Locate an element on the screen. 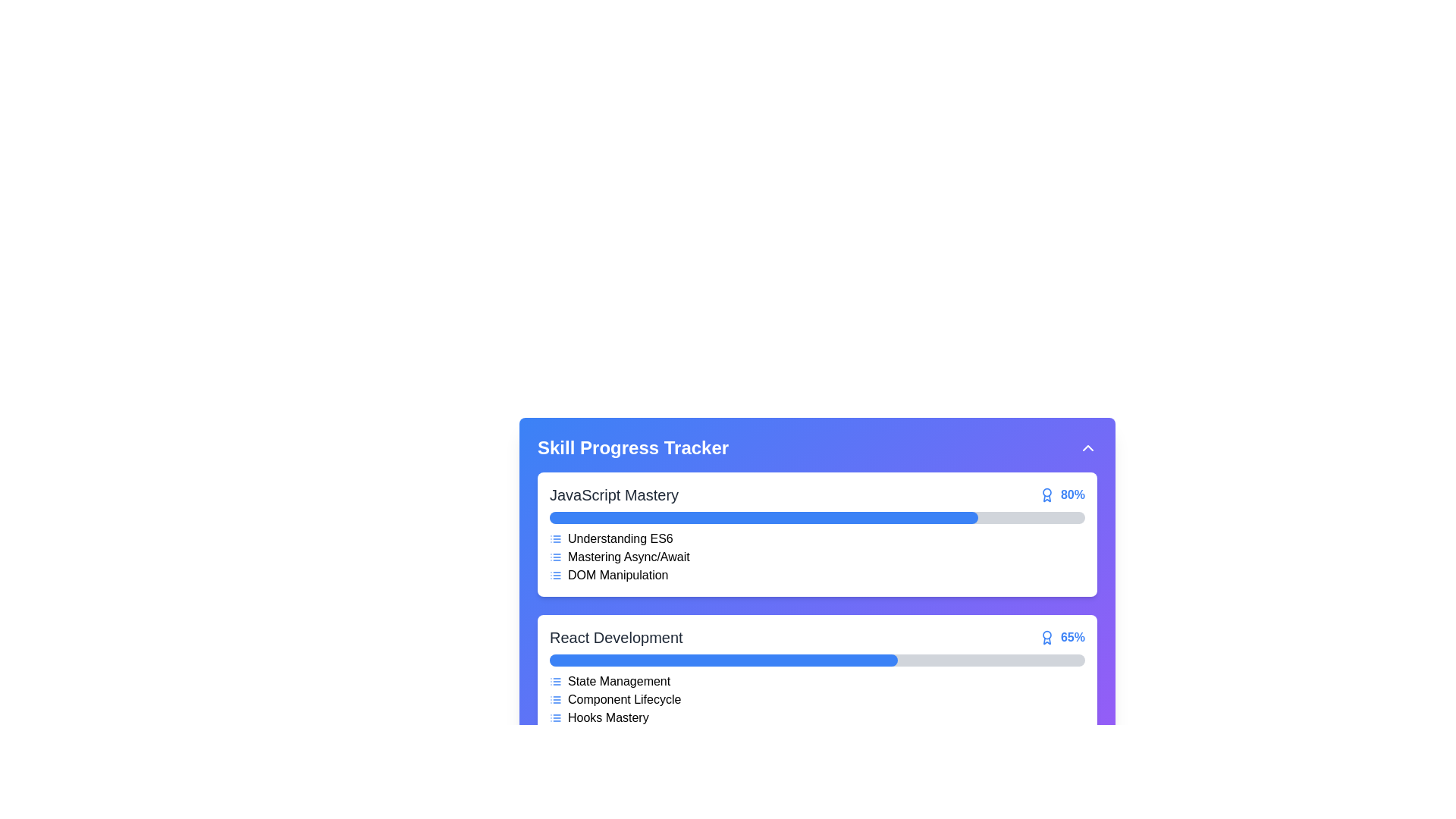 The image size is (1456, 819). the small, blue-colored, vertically-oriented list icon that features three horizontal lines with rounded ends, located to the left of the 'Hooks Mastery' text in the Skill Progress Tracker interface is located at coordinates (555, 717).